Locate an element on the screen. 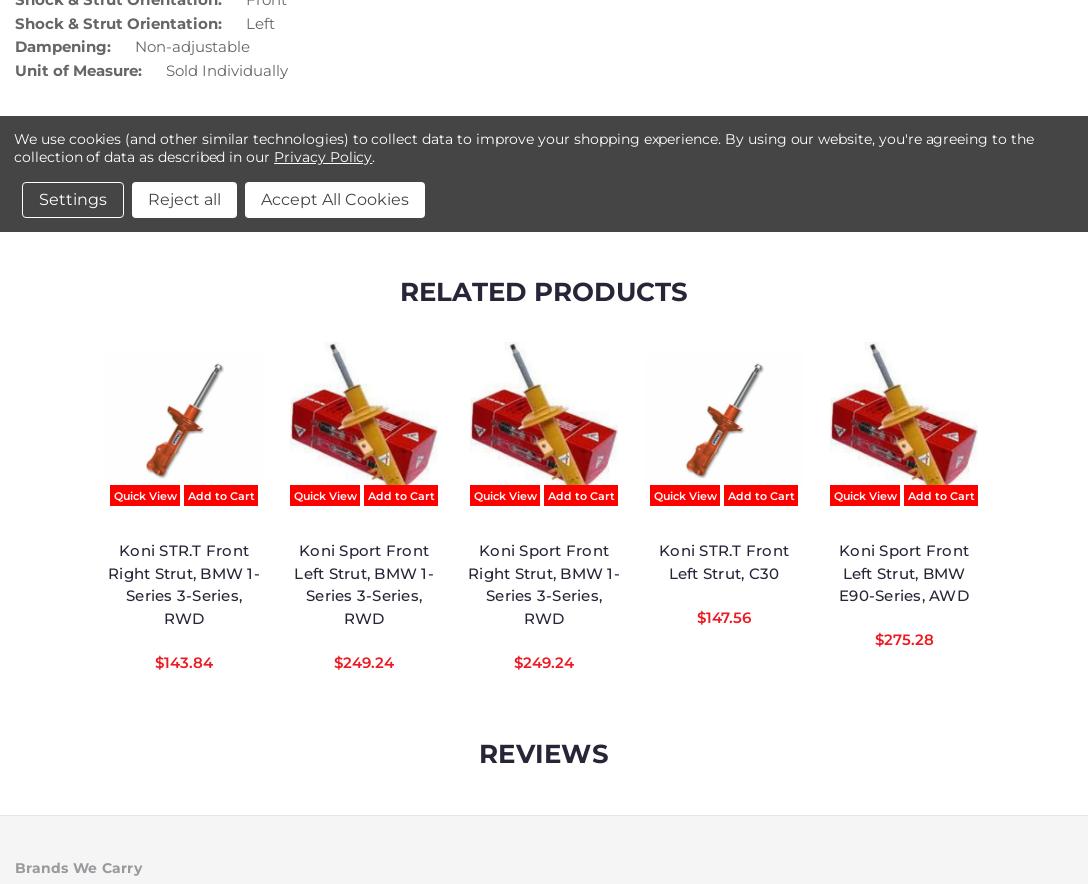 The image size is (1088, 884). 'Koni STR.T Front Left Strut, C30' is located at coordinates (722, 560).